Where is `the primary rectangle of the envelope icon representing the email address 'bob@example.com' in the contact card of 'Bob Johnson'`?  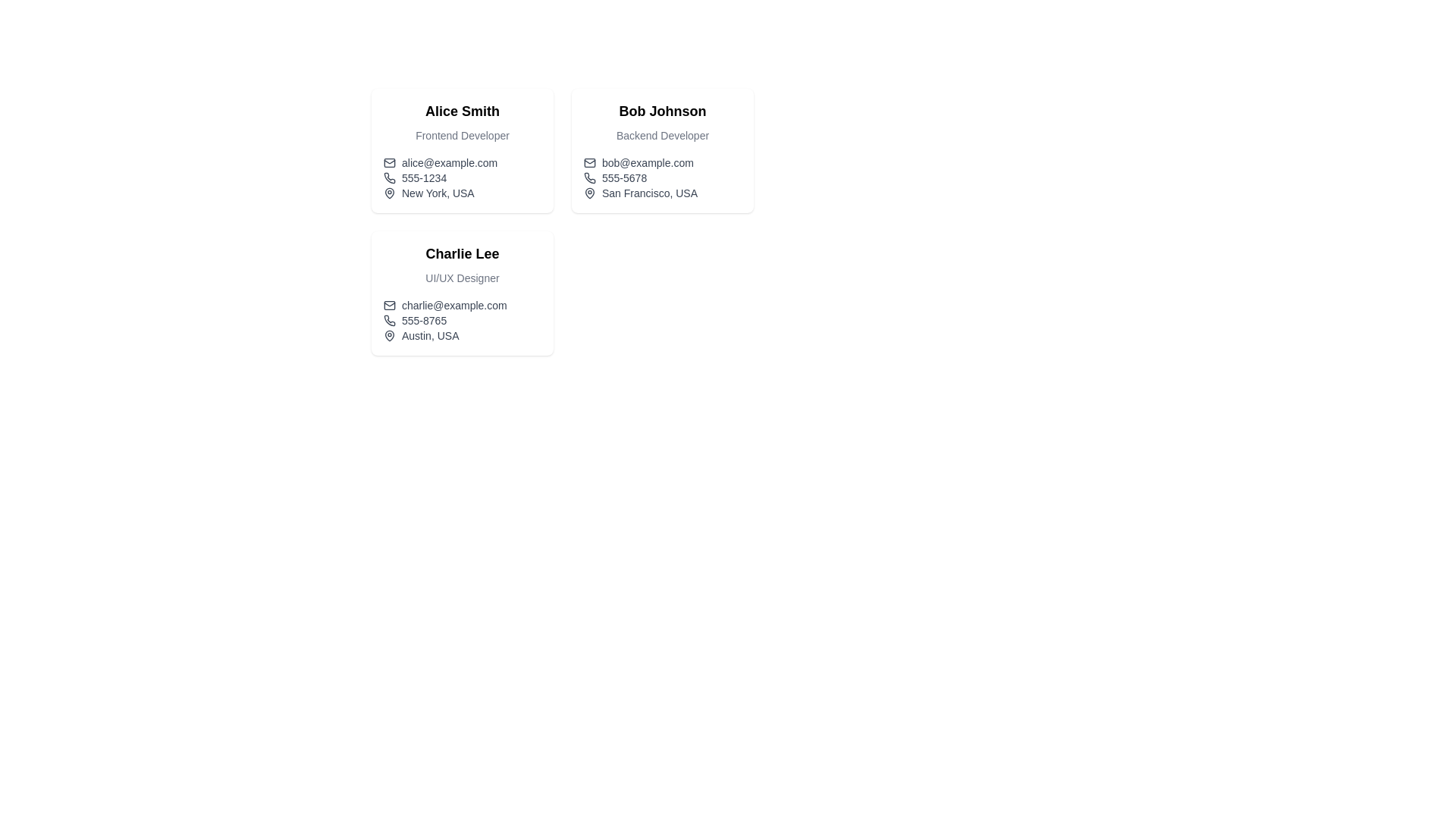 the primary rectangle of the envelope icon representing the email address 'bob@example.com' in the contact card of 'Bob Johnson' is located at coordinates (588, 163).